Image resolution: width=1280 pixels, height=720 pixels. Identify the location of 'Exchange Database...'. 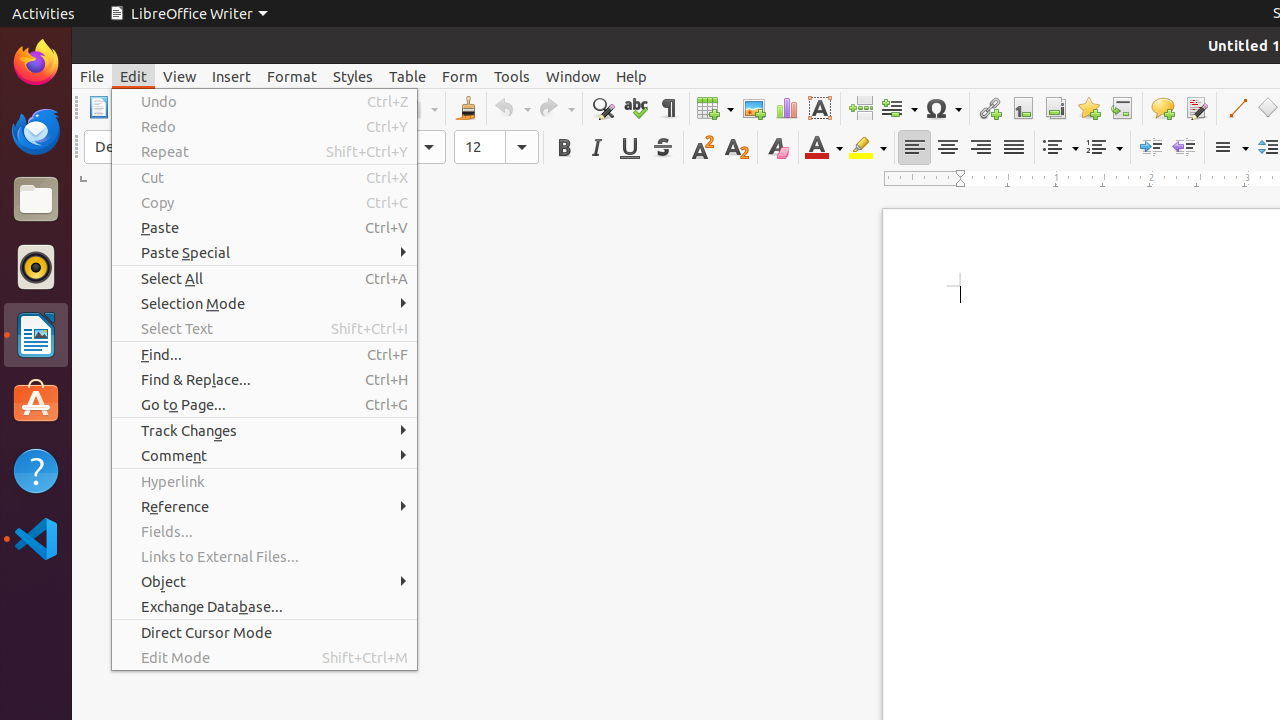
(263, 605).